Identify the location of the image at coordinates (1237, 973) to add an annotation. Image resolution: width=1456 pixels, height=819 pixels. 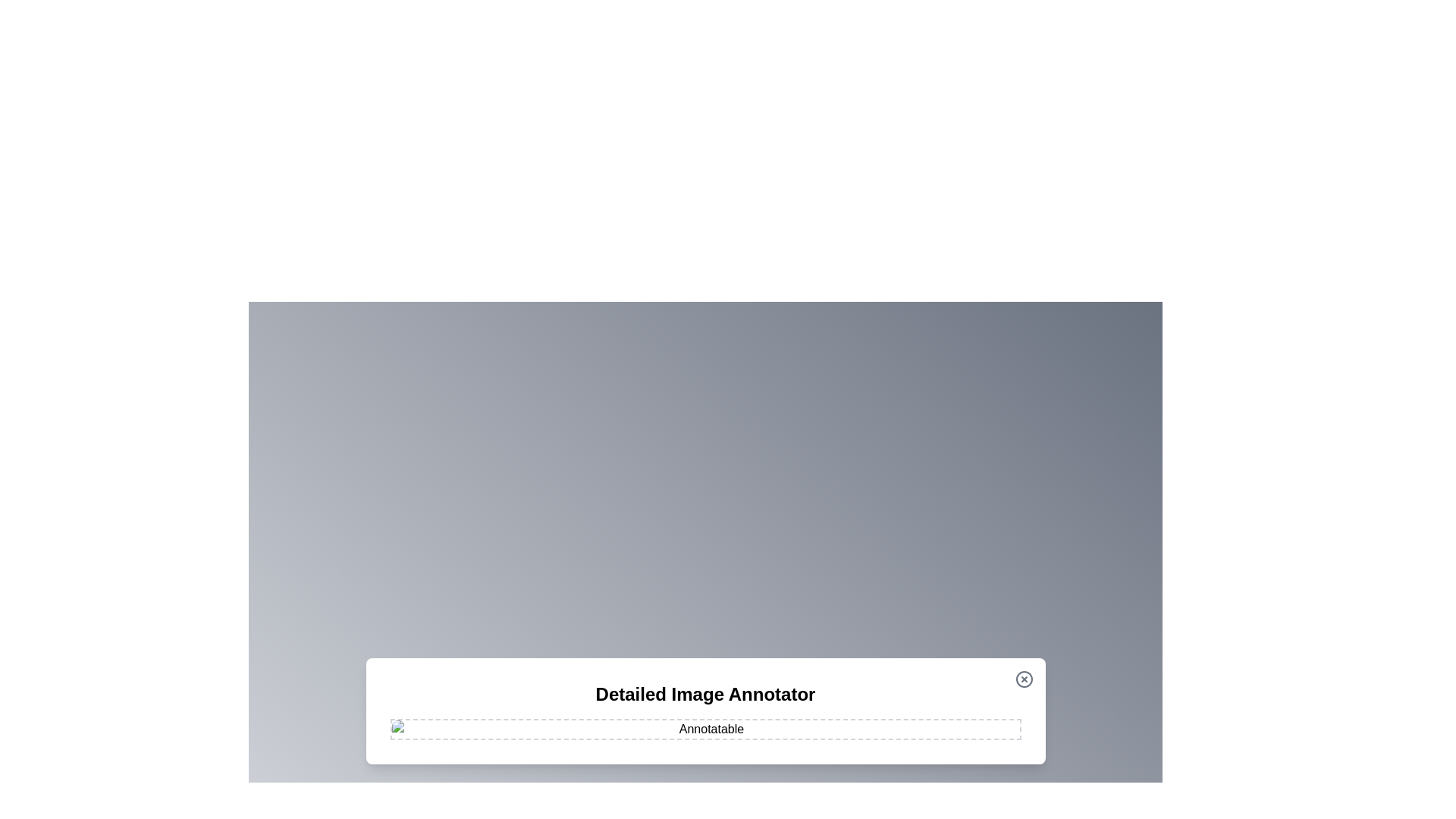
(937, 736).